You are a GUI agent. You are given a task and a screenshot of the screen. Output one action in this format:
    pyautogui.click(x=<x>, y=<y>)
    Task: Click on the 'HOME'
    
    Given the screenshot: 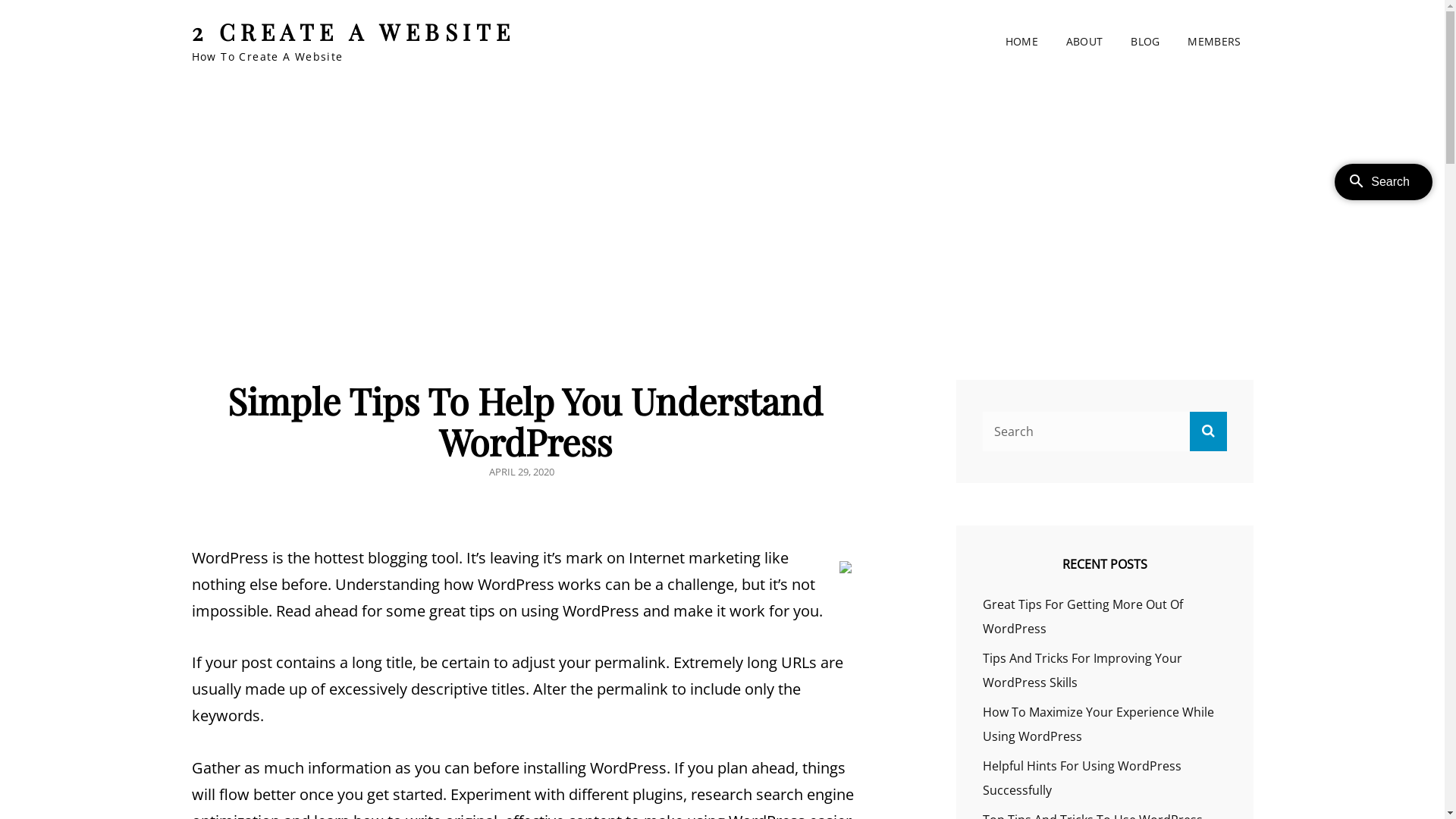 What is the action you would take?
    pyautogui.click(x=1021, y=40)
    